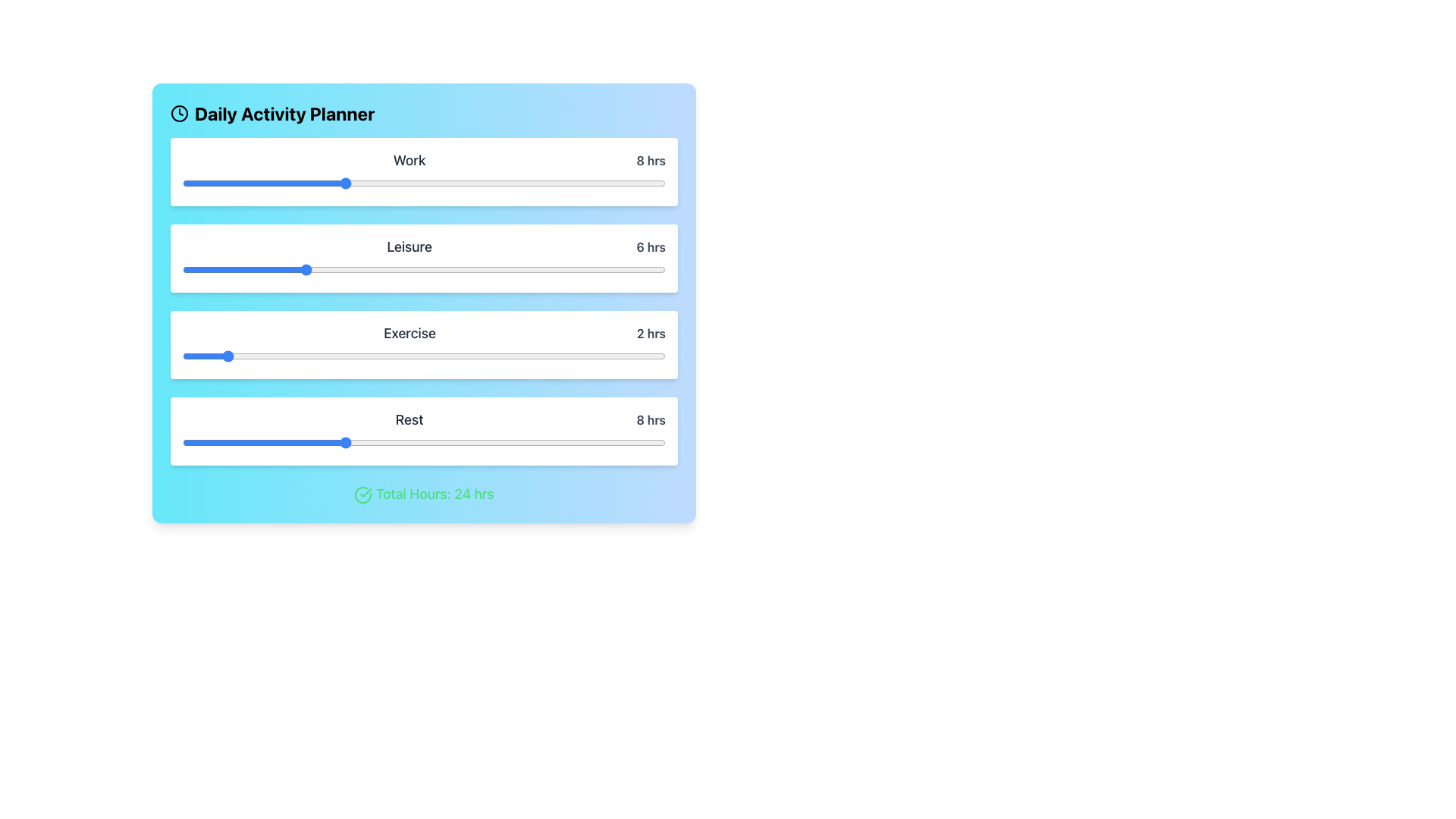  What do you see at coordinates (243, 183) in the screenshot?
I see `'Work' hours` at bounding box center [243, 183].